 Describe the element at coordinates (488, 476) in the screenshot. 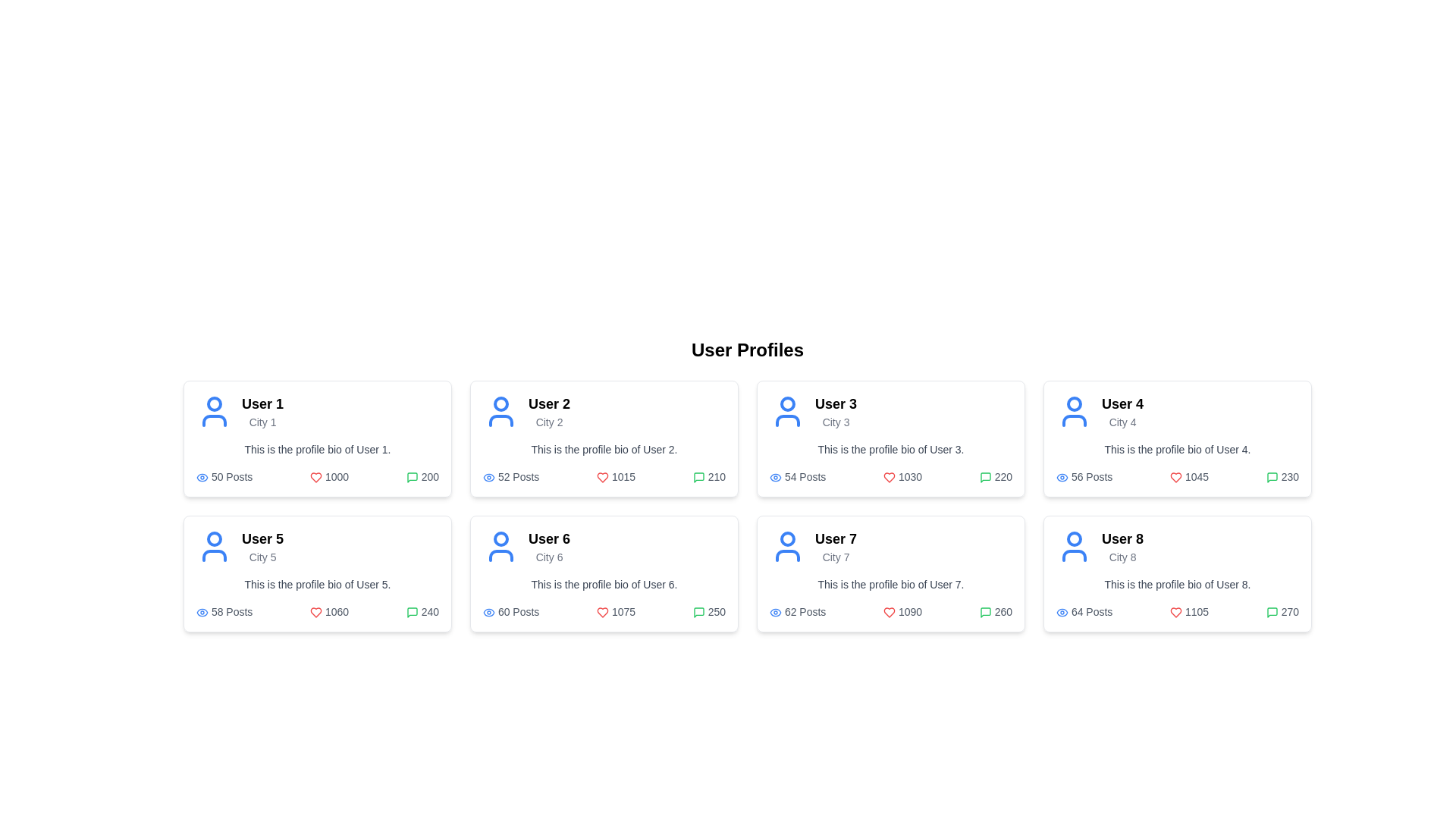

I see `the visibility icon located at the bottom-left corner of the second profile card in the top row of the grid layout` at that location.